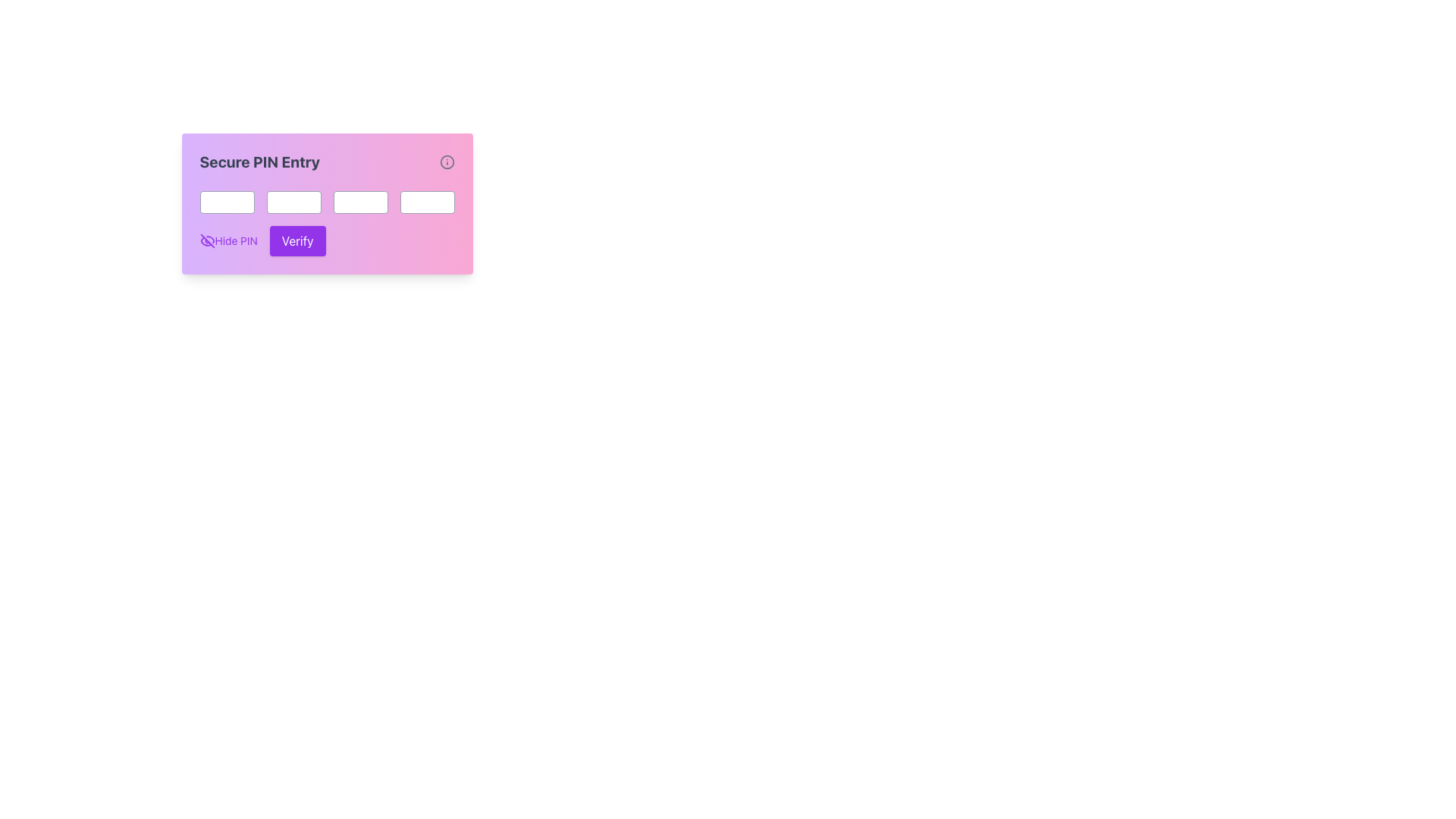 This screenshot has height=819, width=1456. What do you see at coordinates (259, 162) in the screenshot?
I see `the bold text label that reads 'Secure PIN Entry', styled prominently on a gradient pink/purple background, located near the top-middle of the form layout` at bounding box center [259, 162].